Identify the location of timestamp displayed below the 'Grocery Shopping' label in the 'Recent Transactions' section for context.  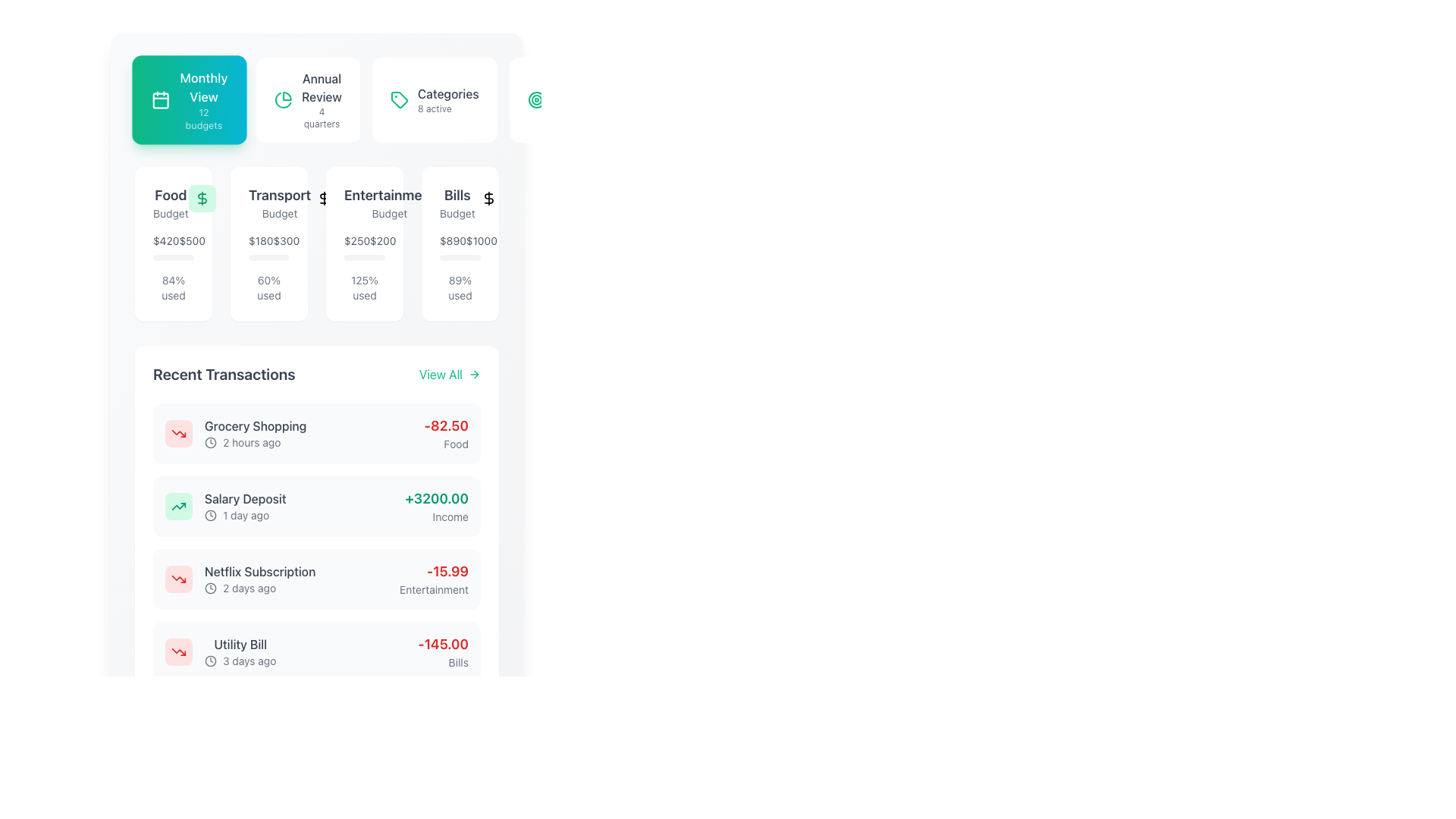
(256, 442).